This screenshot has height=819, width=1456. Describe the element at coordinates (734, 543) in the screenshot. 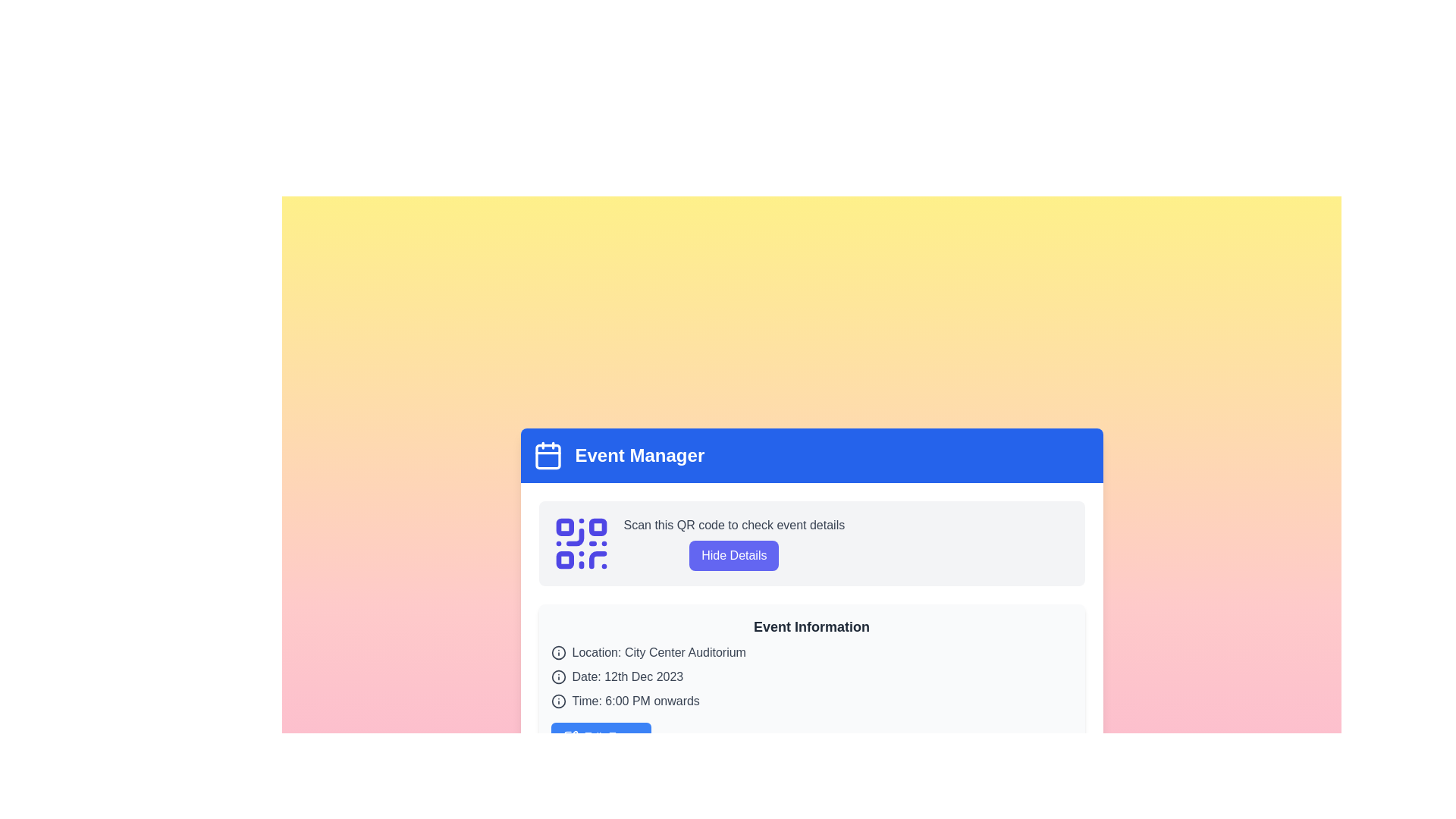

I see `descriptive text 'Scan this QR code to check event details' displayed above the 'Hide Details' button in the event information interface` at that location.